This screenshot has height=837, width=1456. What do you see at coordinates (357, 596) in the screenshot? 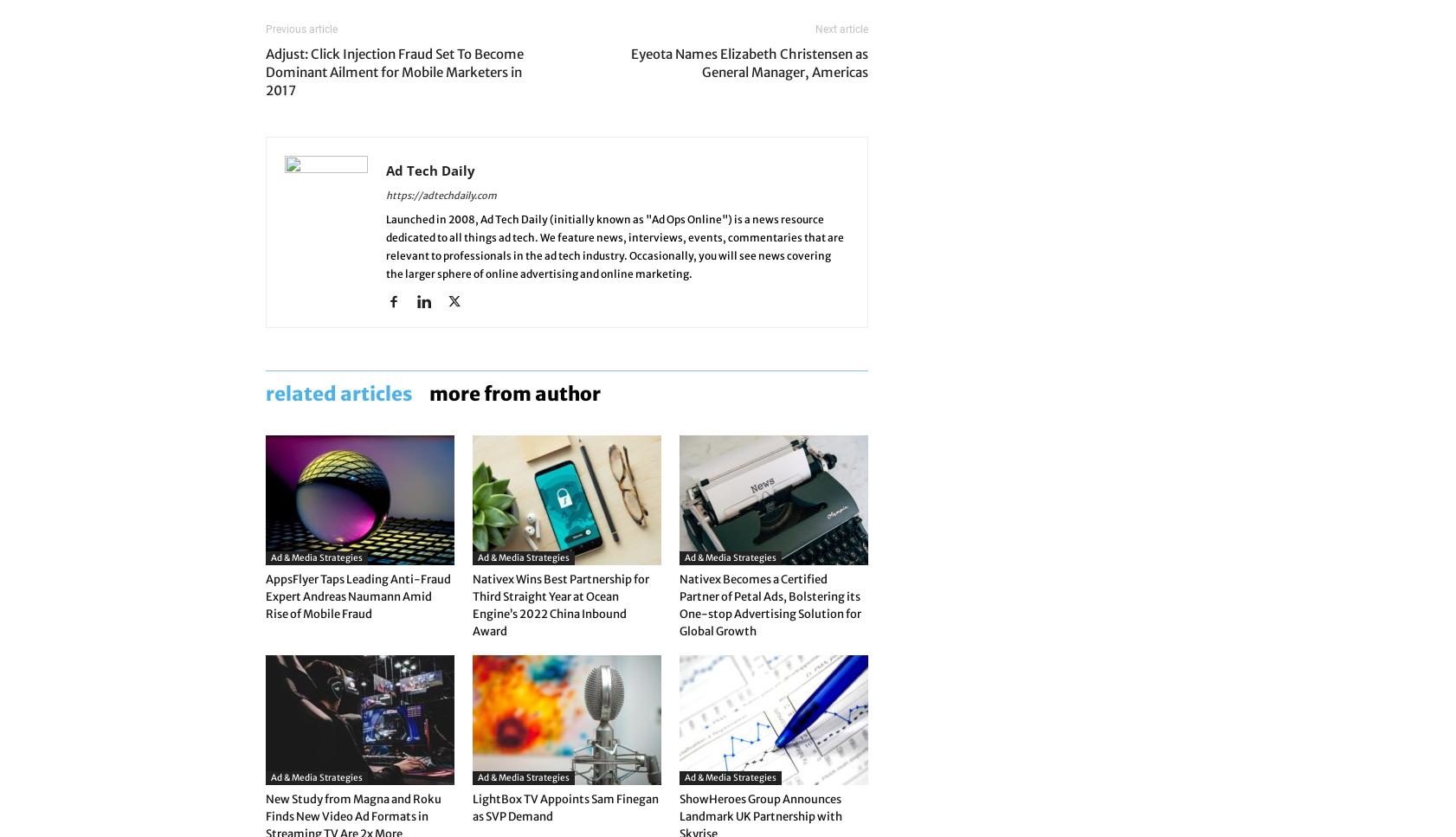
I see `'AppsFlyer Taps Leading Anti-Fraud Expert Andreas Naumann Amid Rise of Mobile Fraud'` at bounding box center [357, 596].